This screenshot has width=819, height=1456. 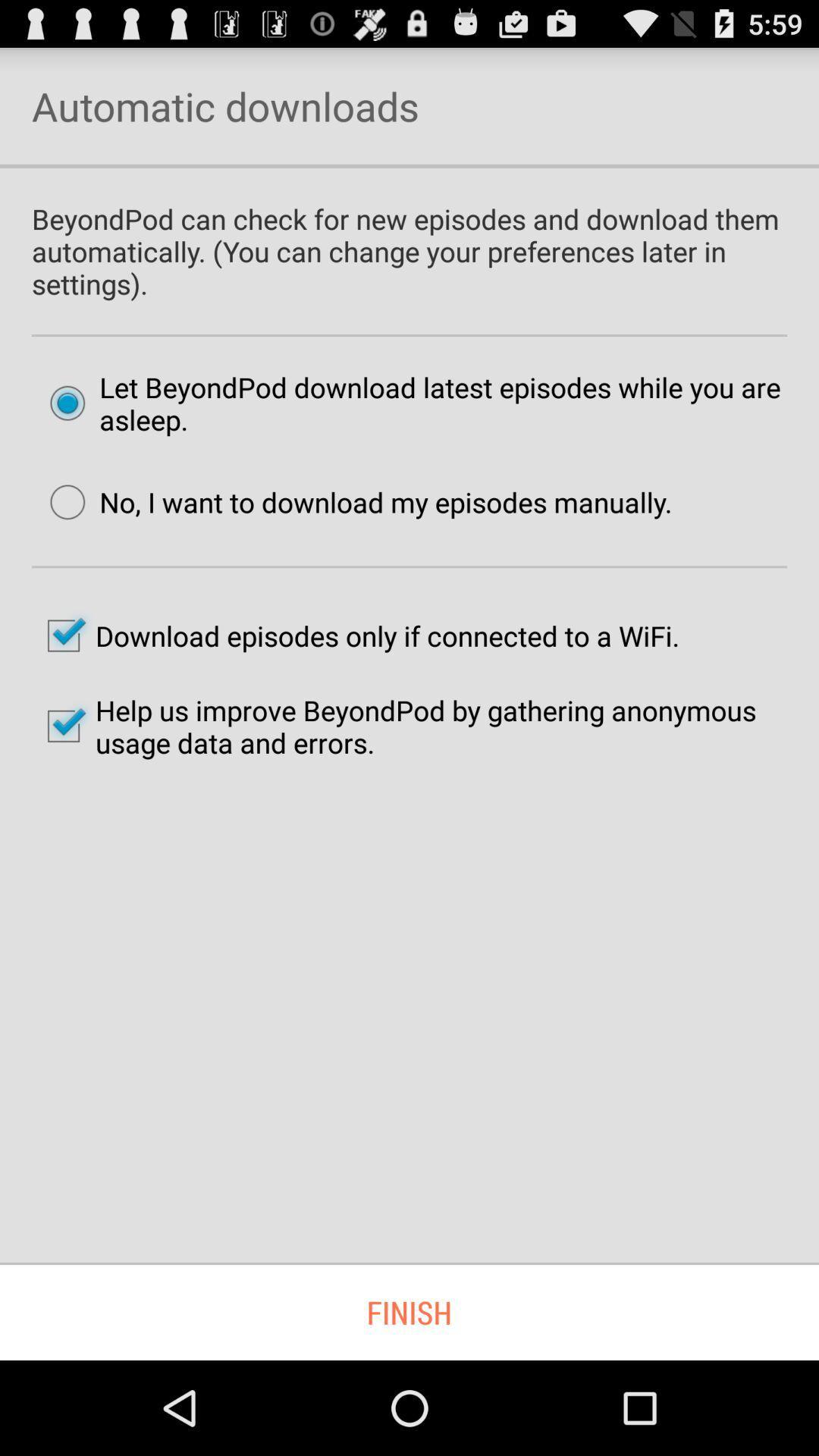 I want to click on help us improve icon, so click(x=409, y=726).